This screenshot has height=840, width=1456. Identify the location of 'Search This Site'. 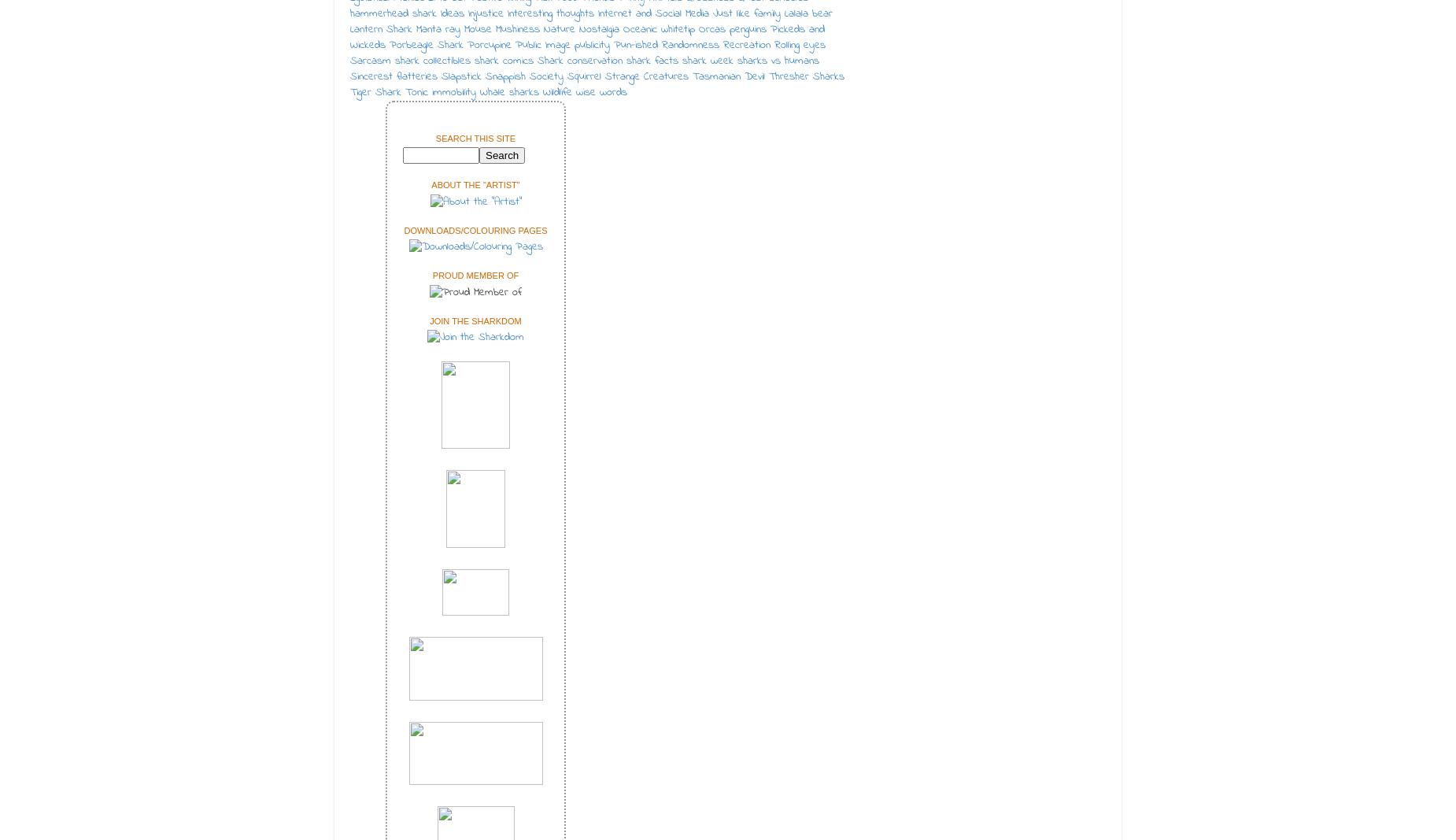
(475, 136).